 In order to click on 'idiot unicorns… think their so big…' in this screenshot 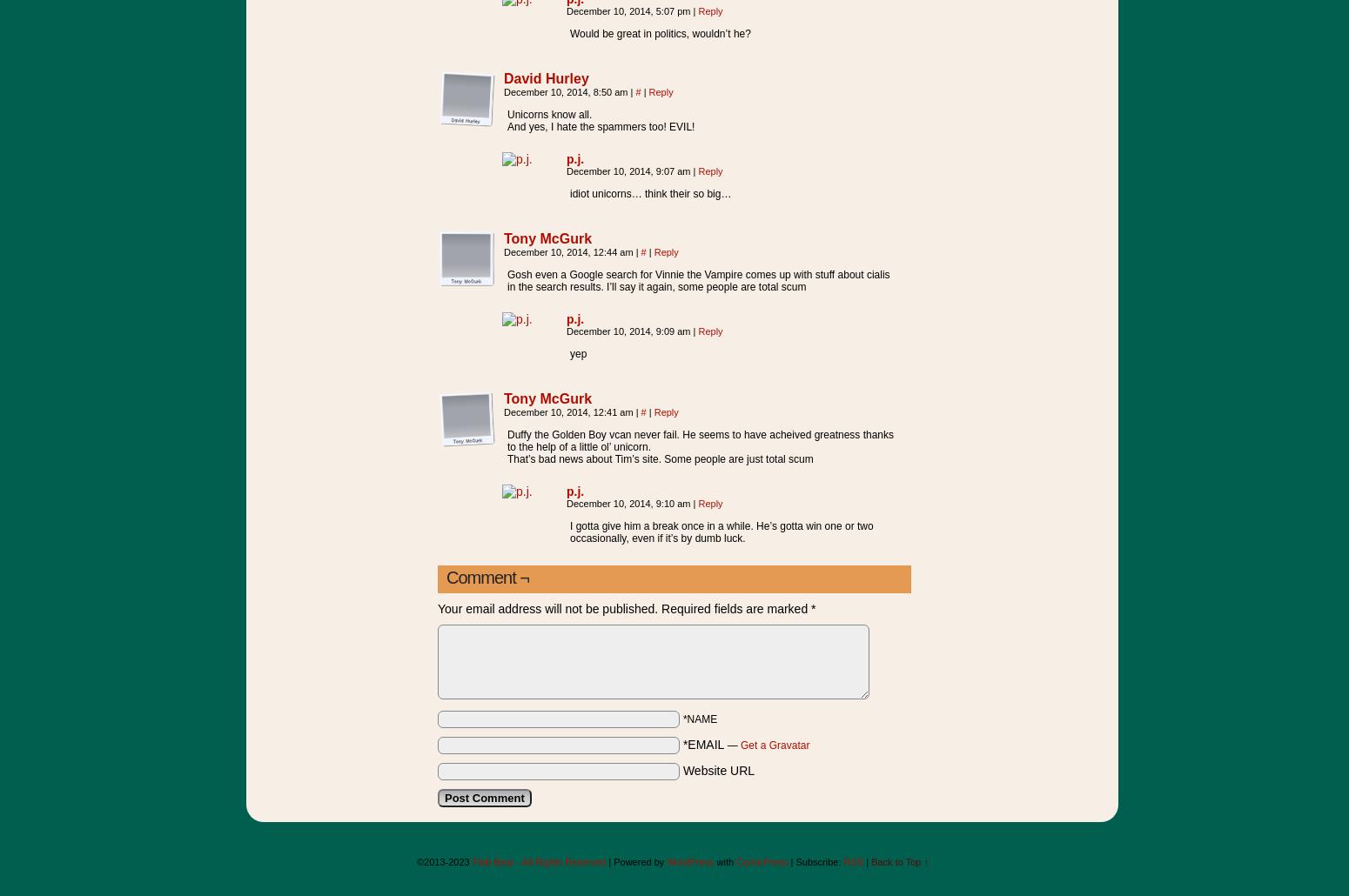, I will do `click(650, 193)`.